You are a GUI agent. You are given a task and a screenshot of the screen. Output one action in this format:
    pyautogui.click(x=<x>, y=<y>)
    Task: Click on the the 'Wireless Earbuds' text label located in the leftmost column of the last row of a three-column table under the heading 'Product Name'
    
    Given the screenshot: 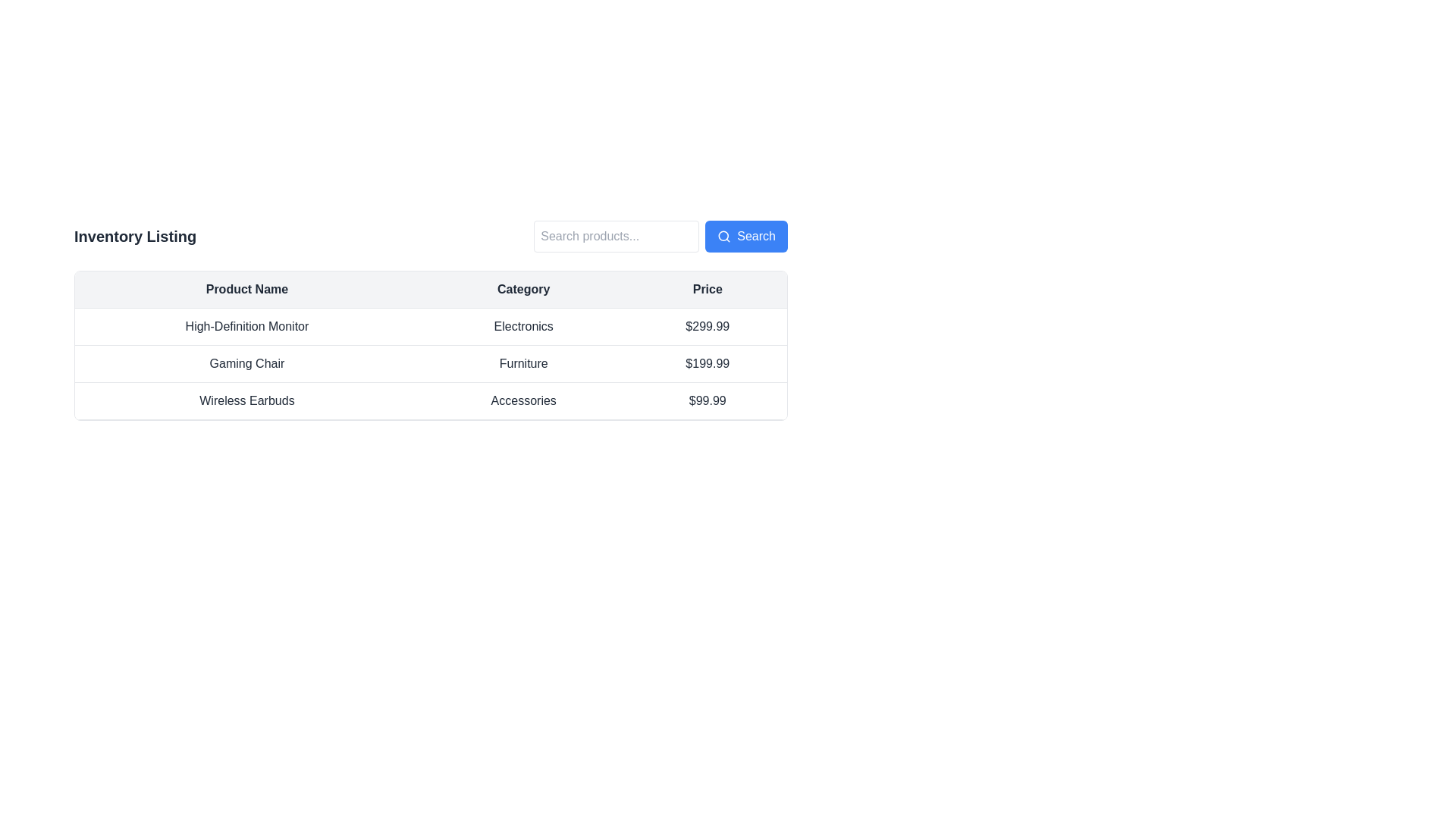 What is the action you would take?
    pyautogui.click(x=247, y=400)
    